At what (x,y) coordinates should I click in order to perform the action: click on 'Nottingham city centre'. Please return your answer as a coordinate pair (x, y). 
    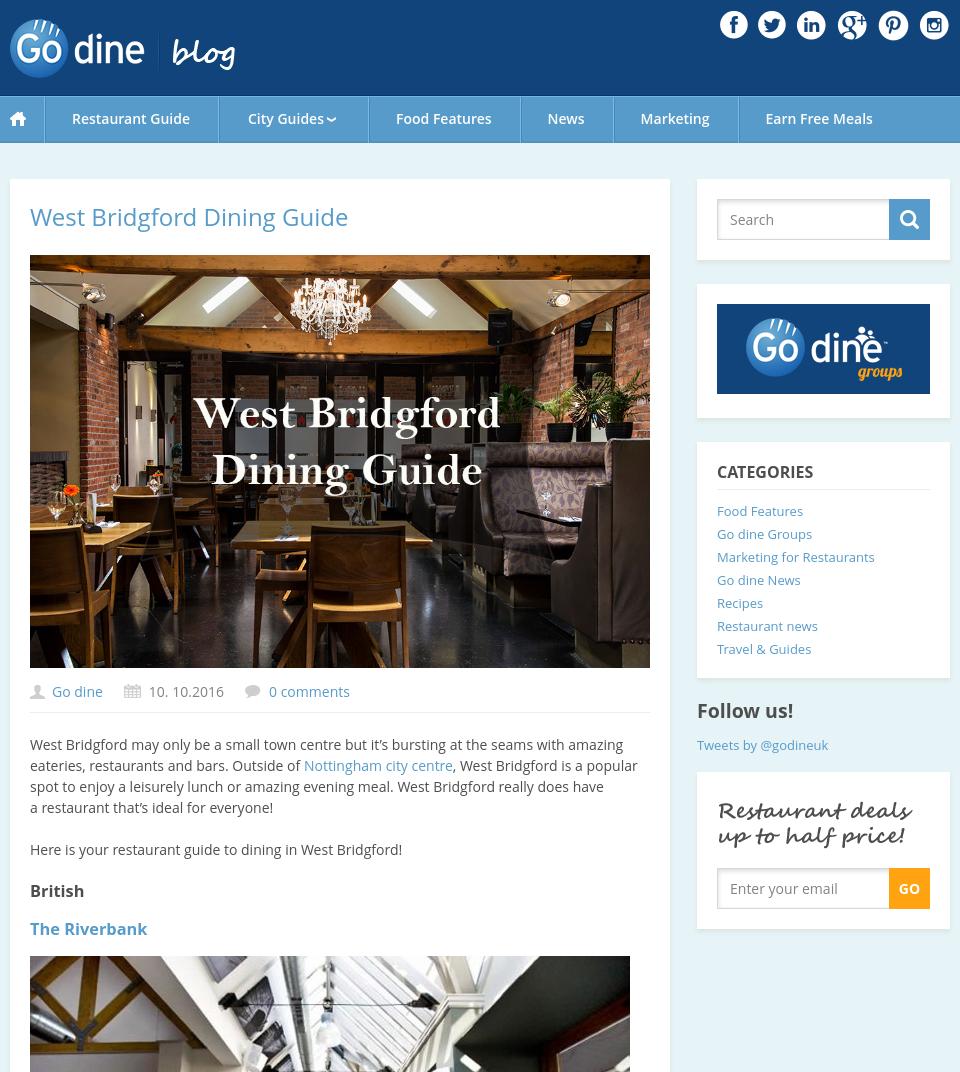
    Looking at the image, I should click on (376, 765).